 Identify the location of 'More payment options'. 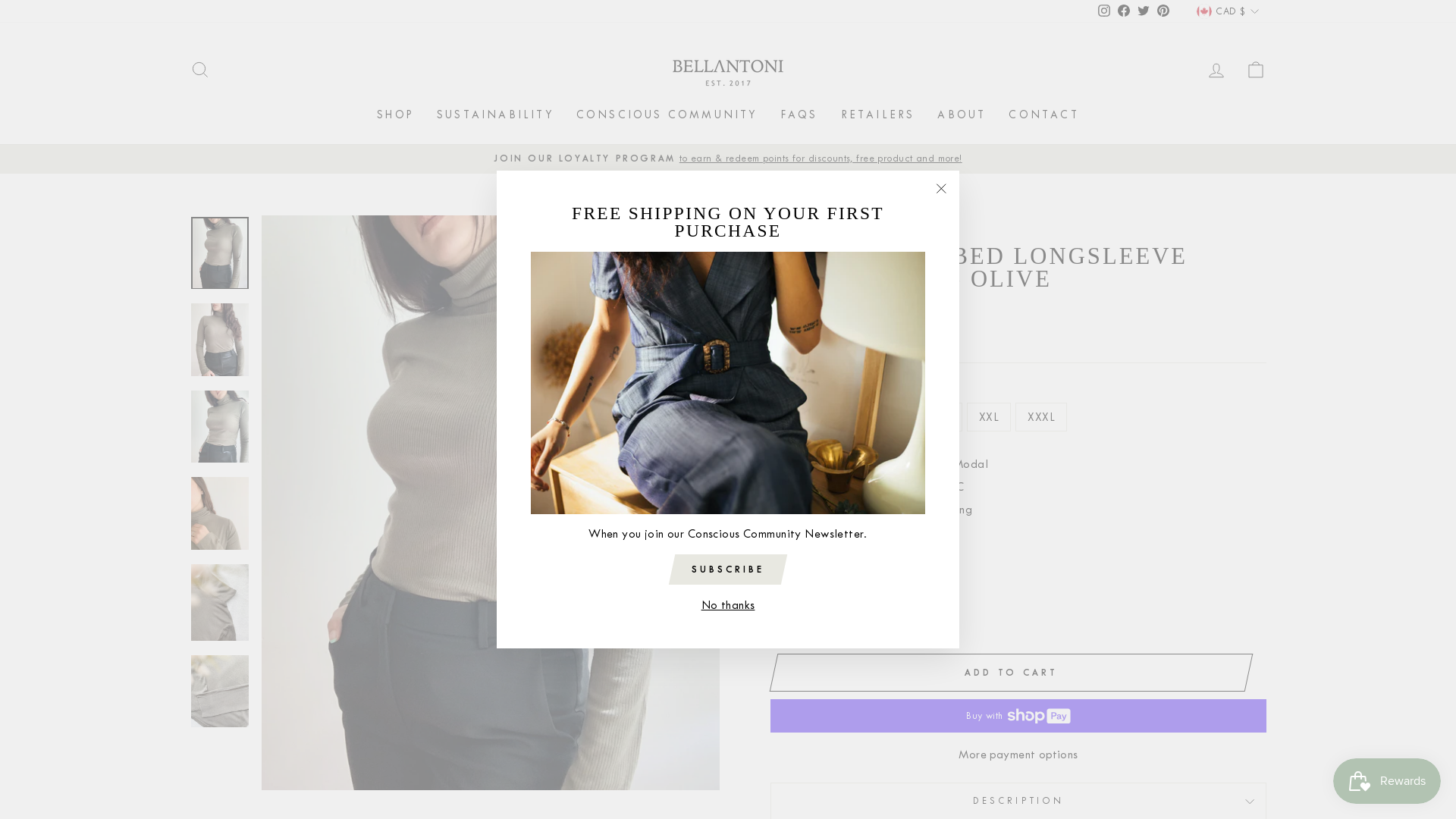
(1018, 755).